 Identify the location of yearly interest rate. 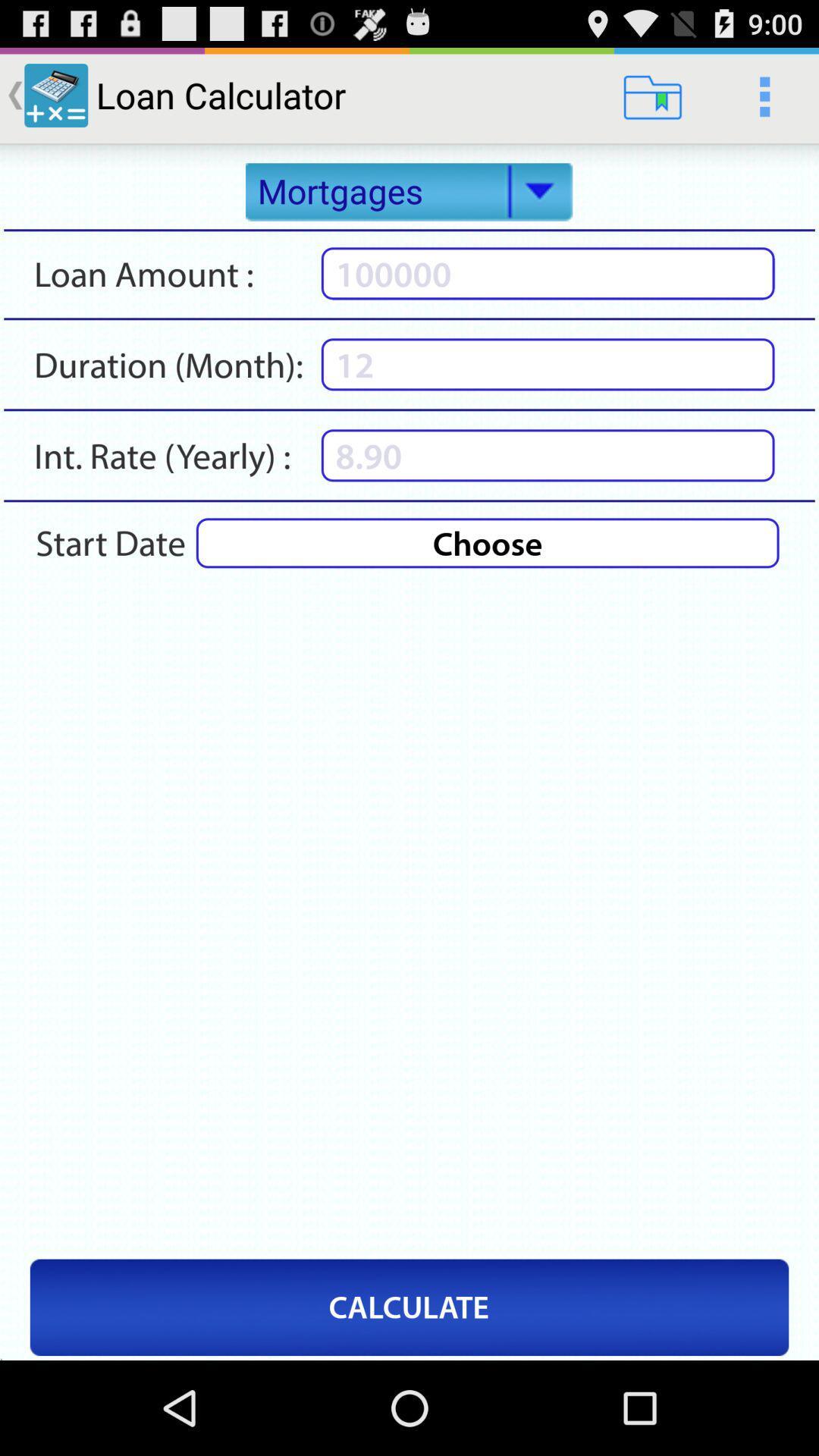
(548, 454).